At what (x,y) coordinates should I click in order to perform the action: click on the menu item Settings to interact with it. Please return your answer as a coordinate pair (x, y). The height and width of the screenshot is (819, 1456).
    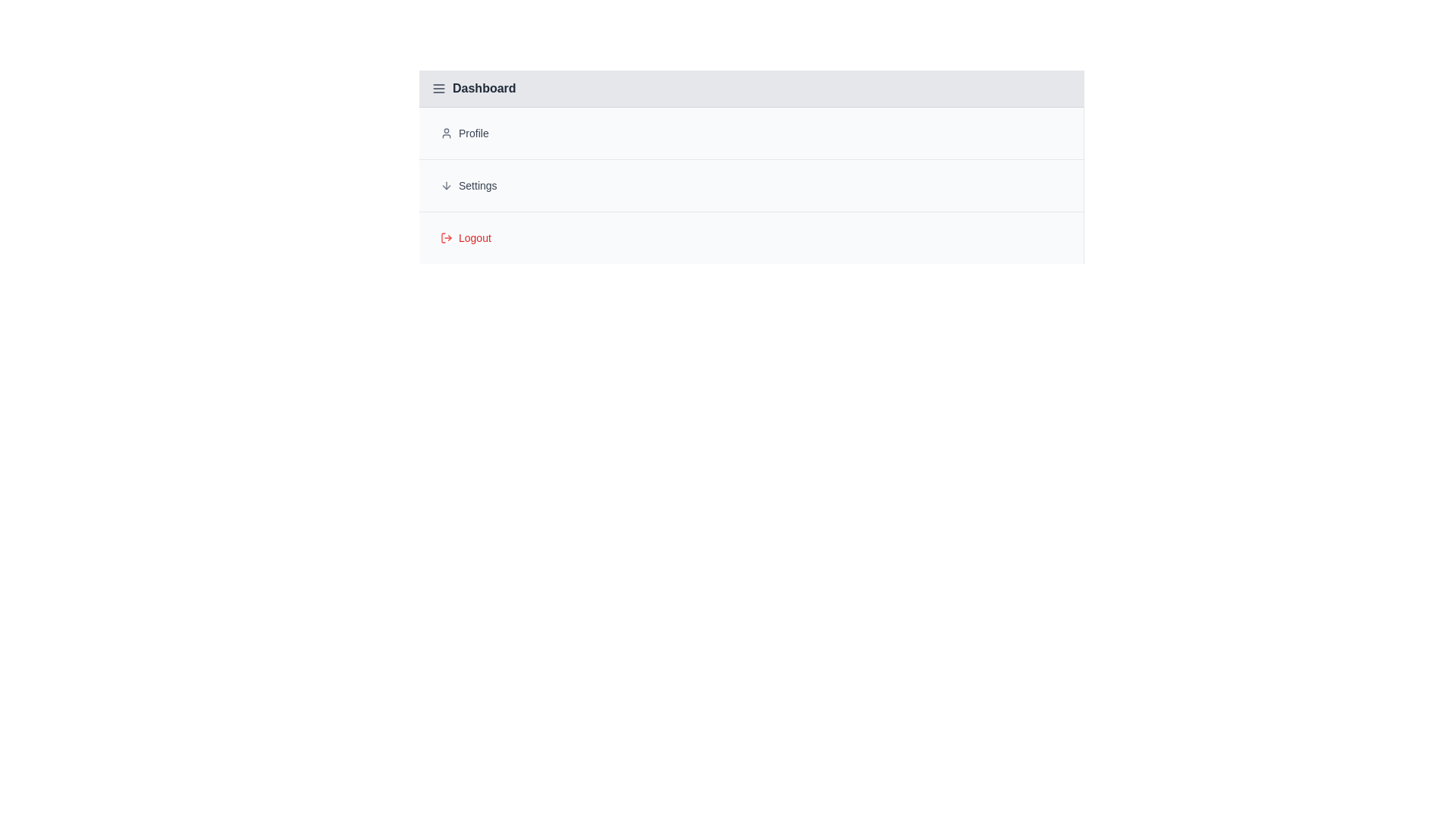
    Looking at the image, I should click on (751, 185).